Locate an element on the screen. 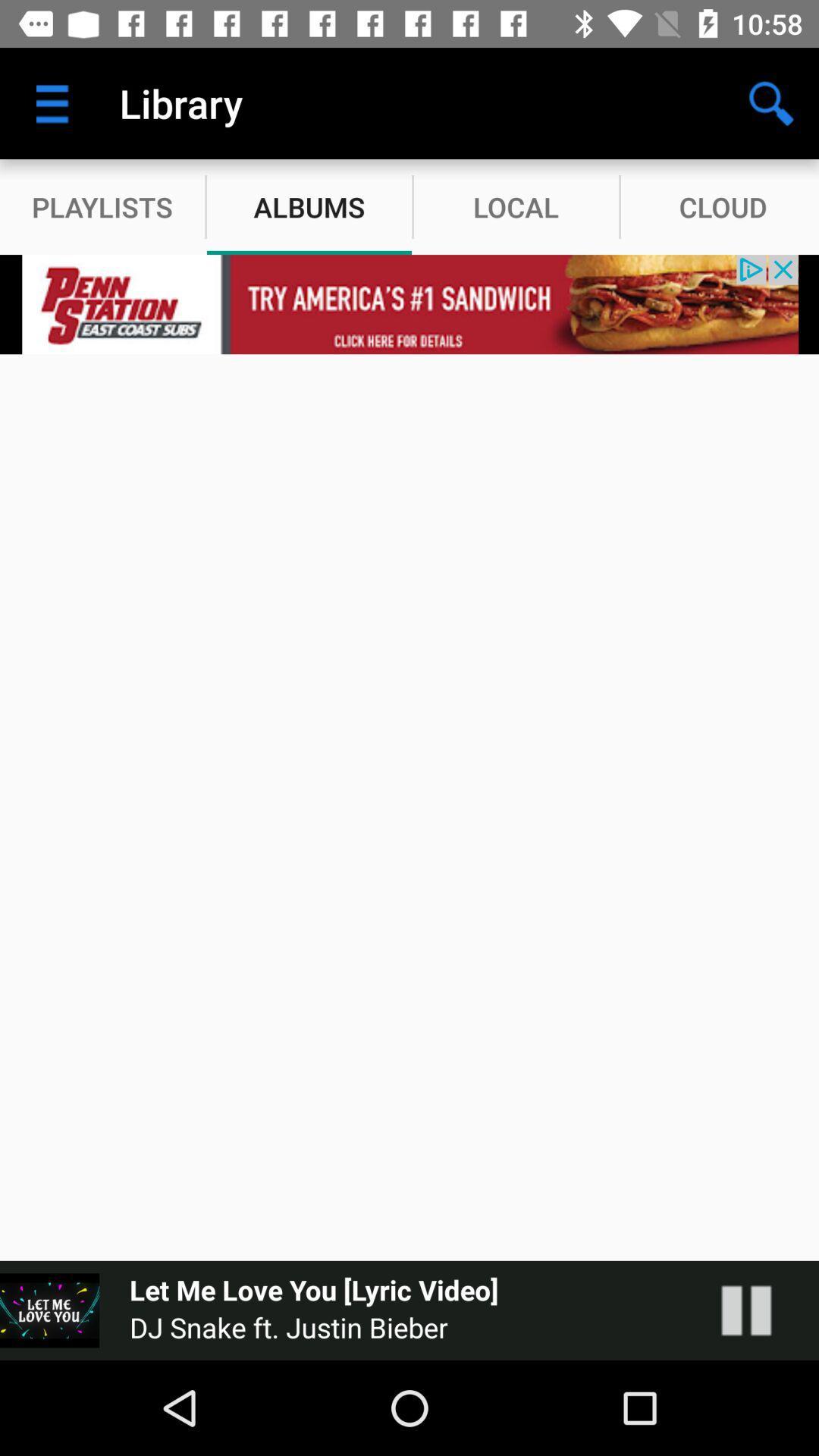 The image size is (819, 1456). the pause icon is located at coordinates (761, 1310).